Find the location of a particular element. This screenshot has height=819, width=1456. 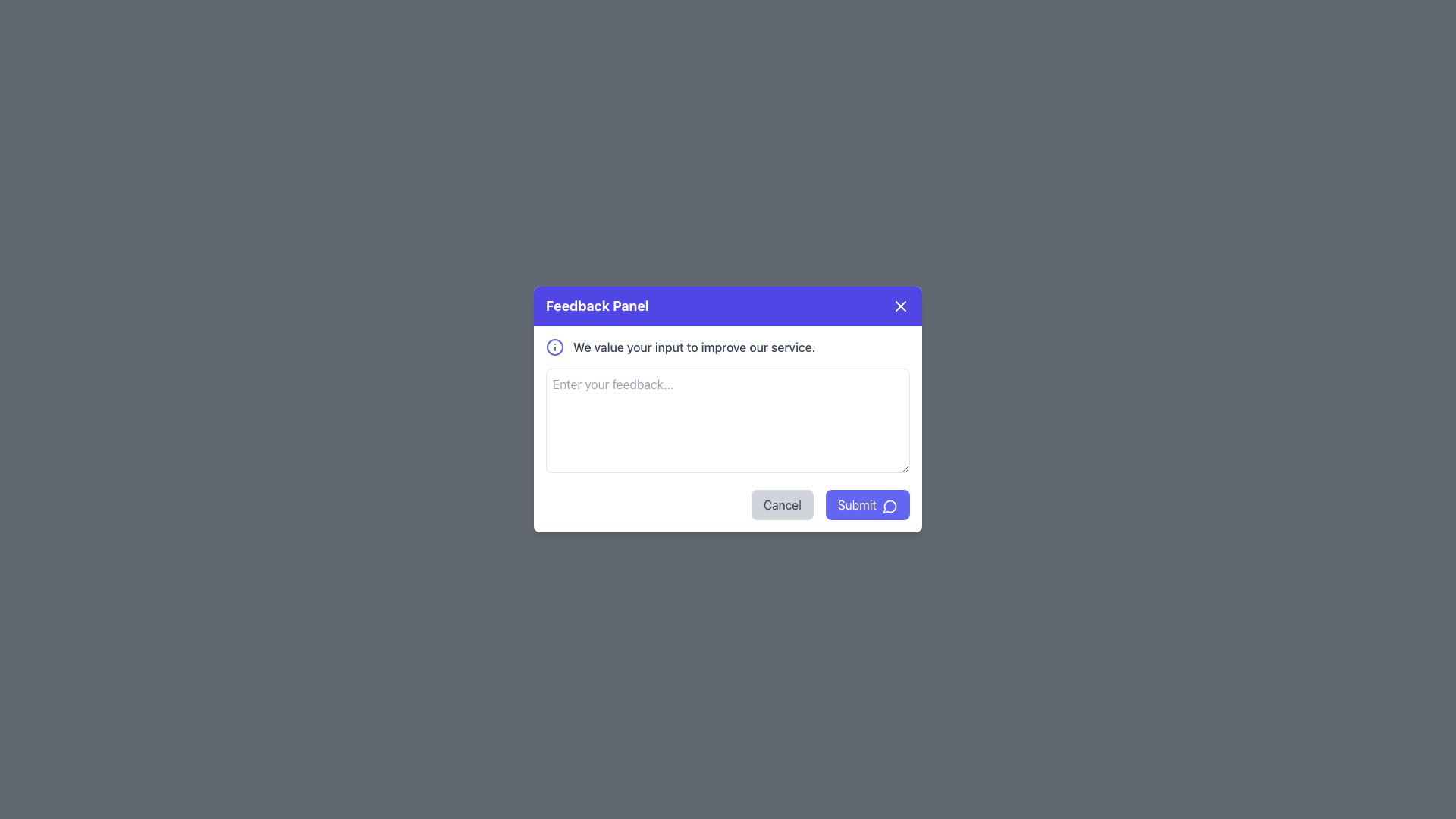

the close button represented by the diagonal line forming part of a cross (X) in the top-right corner of the modal dialog box is located at coordinates (901, 306).